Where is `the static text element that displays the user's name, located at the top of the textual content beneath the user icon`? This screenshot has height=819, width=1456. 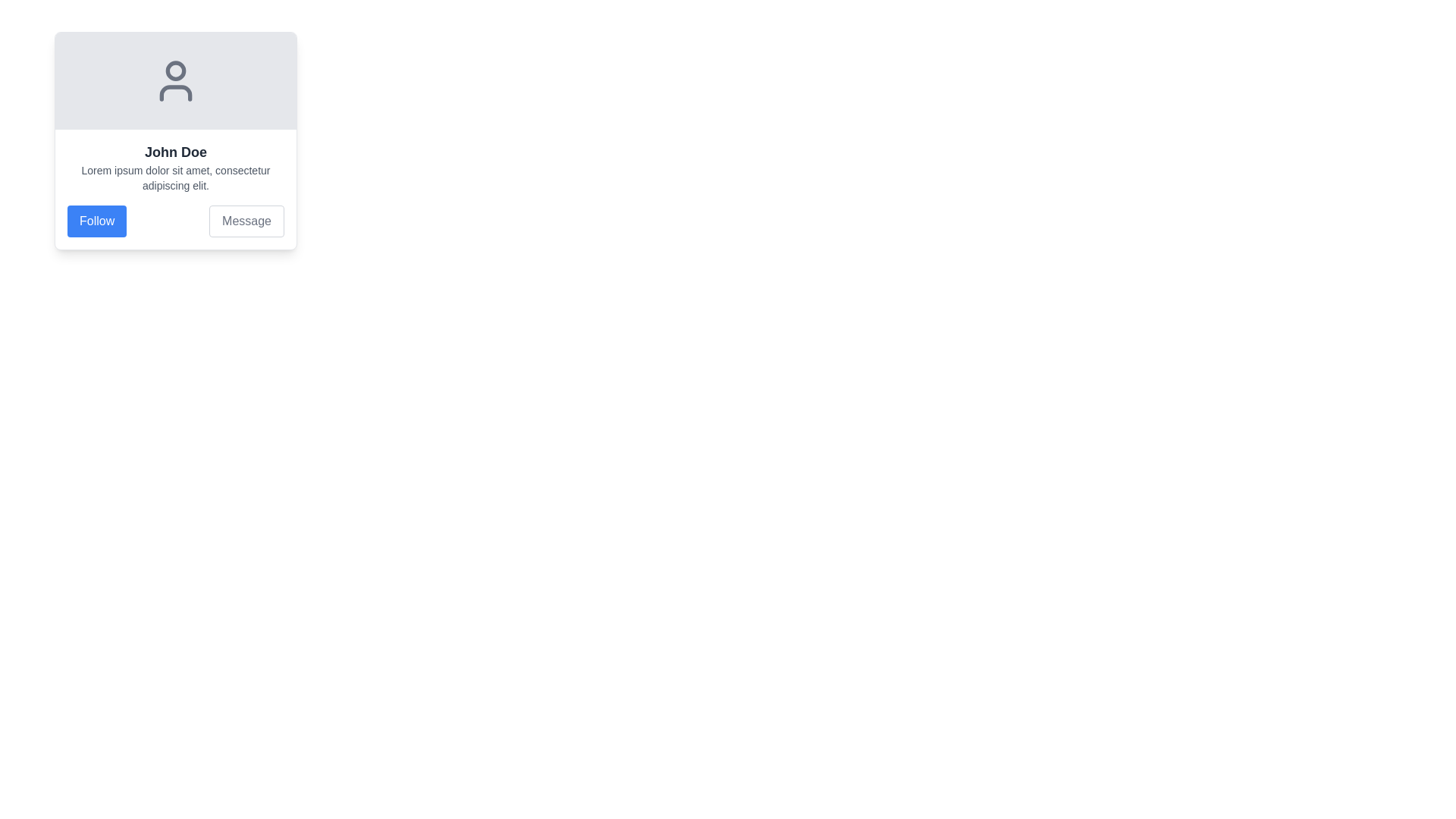 the static text element that displays the user's name, located at the top of the textual content beneath the user icon is located at coordinates (175, 152).